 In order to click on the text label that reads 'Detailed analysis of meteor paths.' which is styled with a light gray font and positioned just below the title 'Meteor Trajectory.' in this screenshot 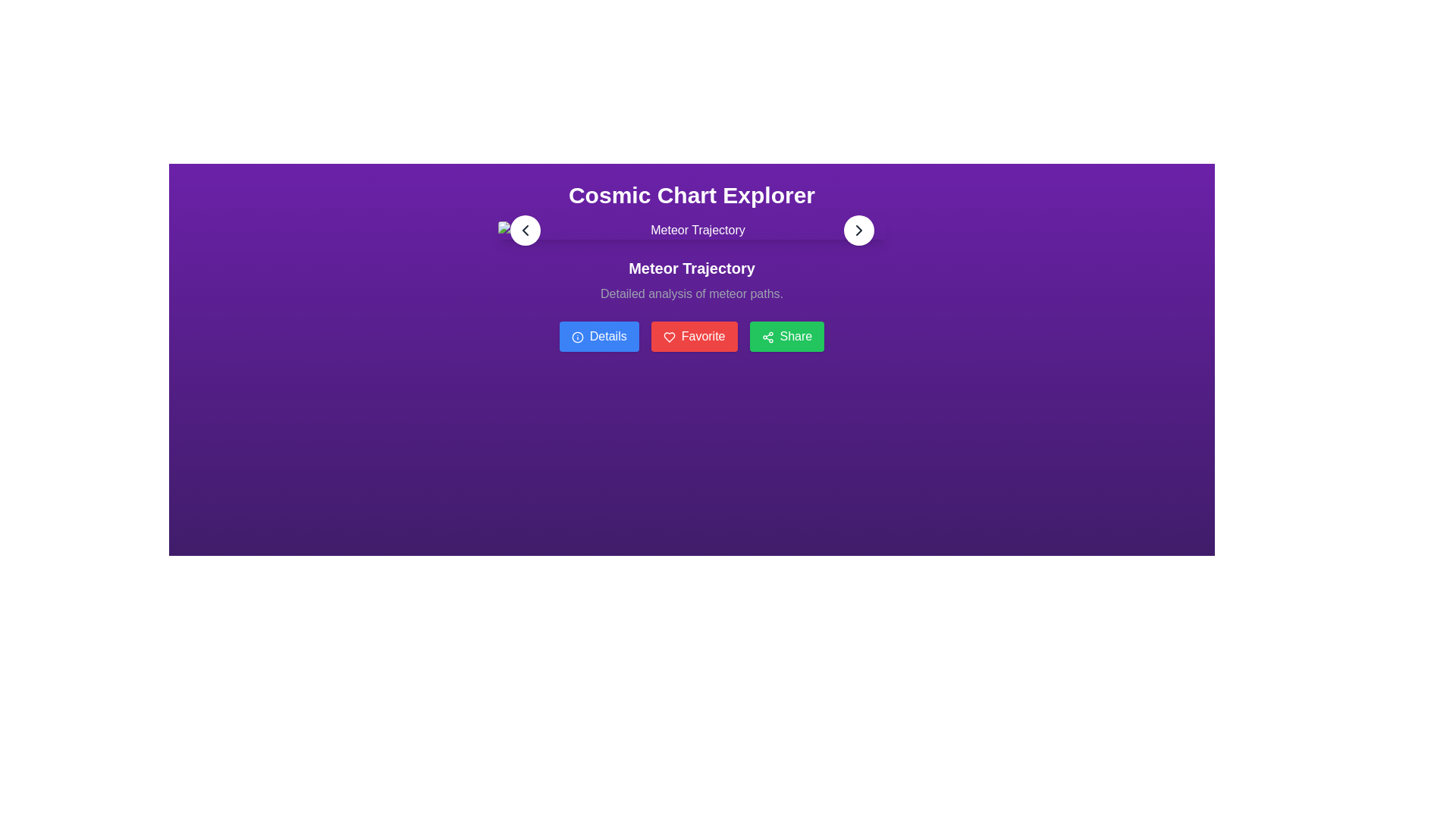, I will do `click(691, 294)`.